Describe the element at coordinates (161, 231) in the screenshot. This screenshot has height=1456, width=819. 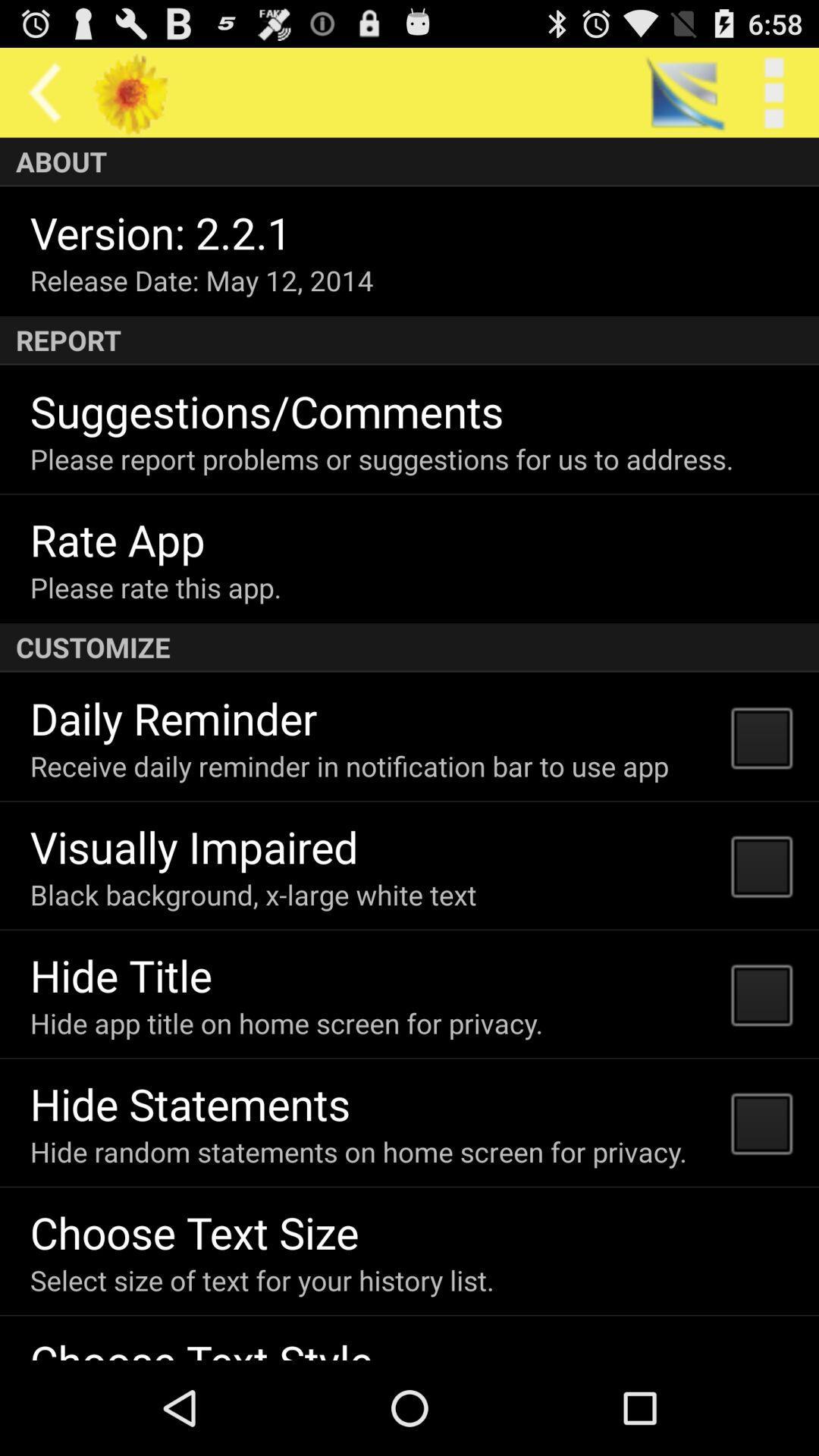
I see `version 2 2 icon` at that location.